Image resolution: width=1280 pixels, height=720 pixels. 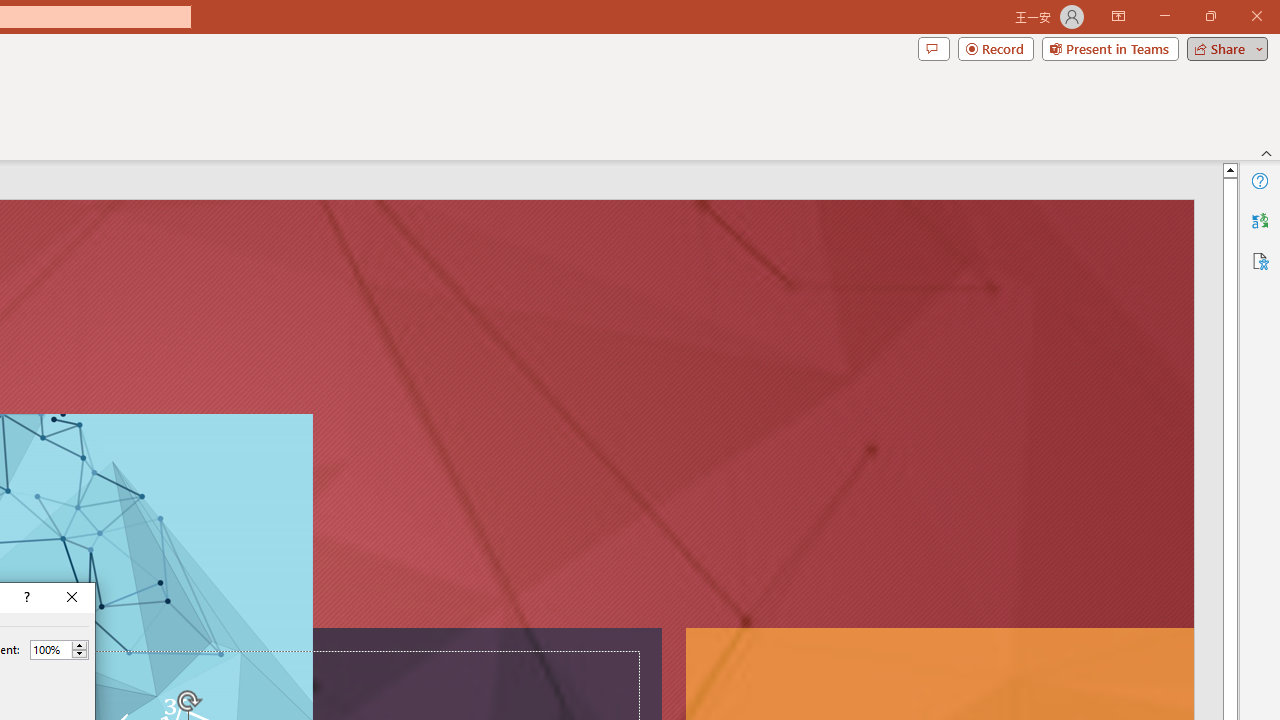 I want to click on 'Percent', so click(x=59, y=650).